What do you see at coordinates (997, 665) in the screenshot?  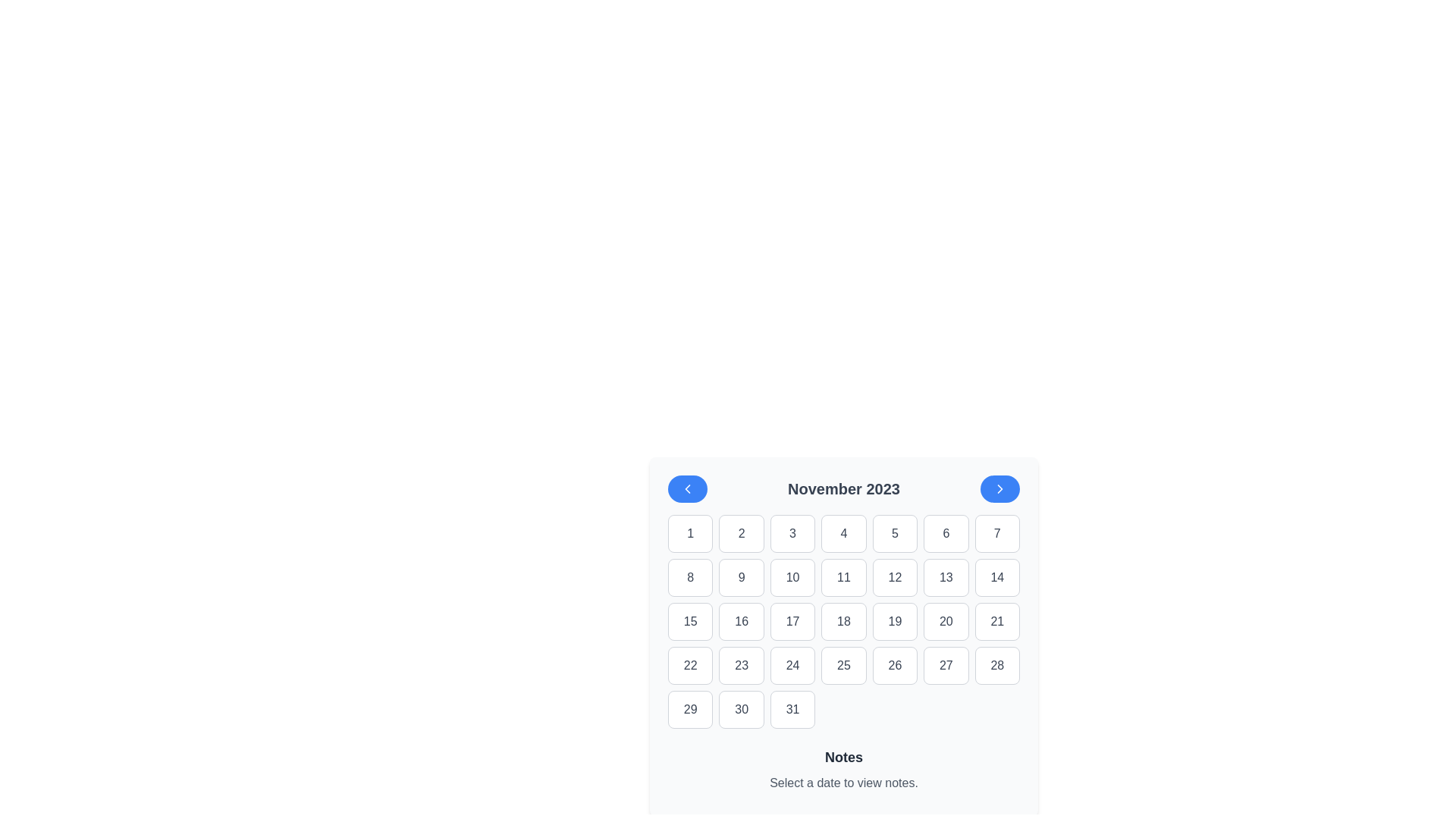 I see `the button representing the 28th day of November 2023 in the calendar` at bounding box center [997, 665].